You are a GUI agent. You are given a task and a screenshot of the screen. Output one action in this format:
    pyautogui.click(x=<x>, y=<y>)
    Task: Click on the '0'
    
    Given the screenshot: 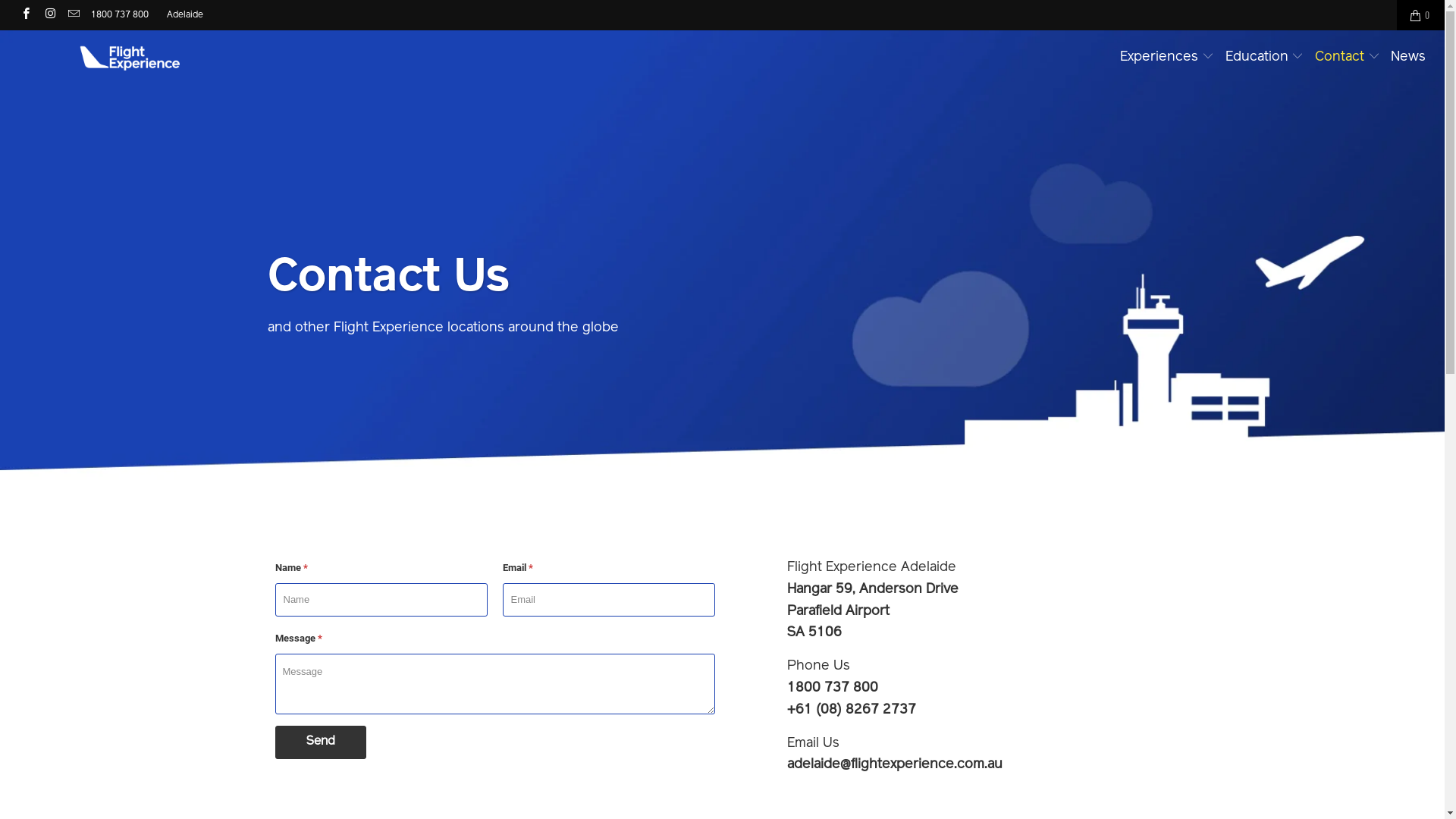 What is the action you would take?
    pyautogui.click(x=1420, y=14)
    